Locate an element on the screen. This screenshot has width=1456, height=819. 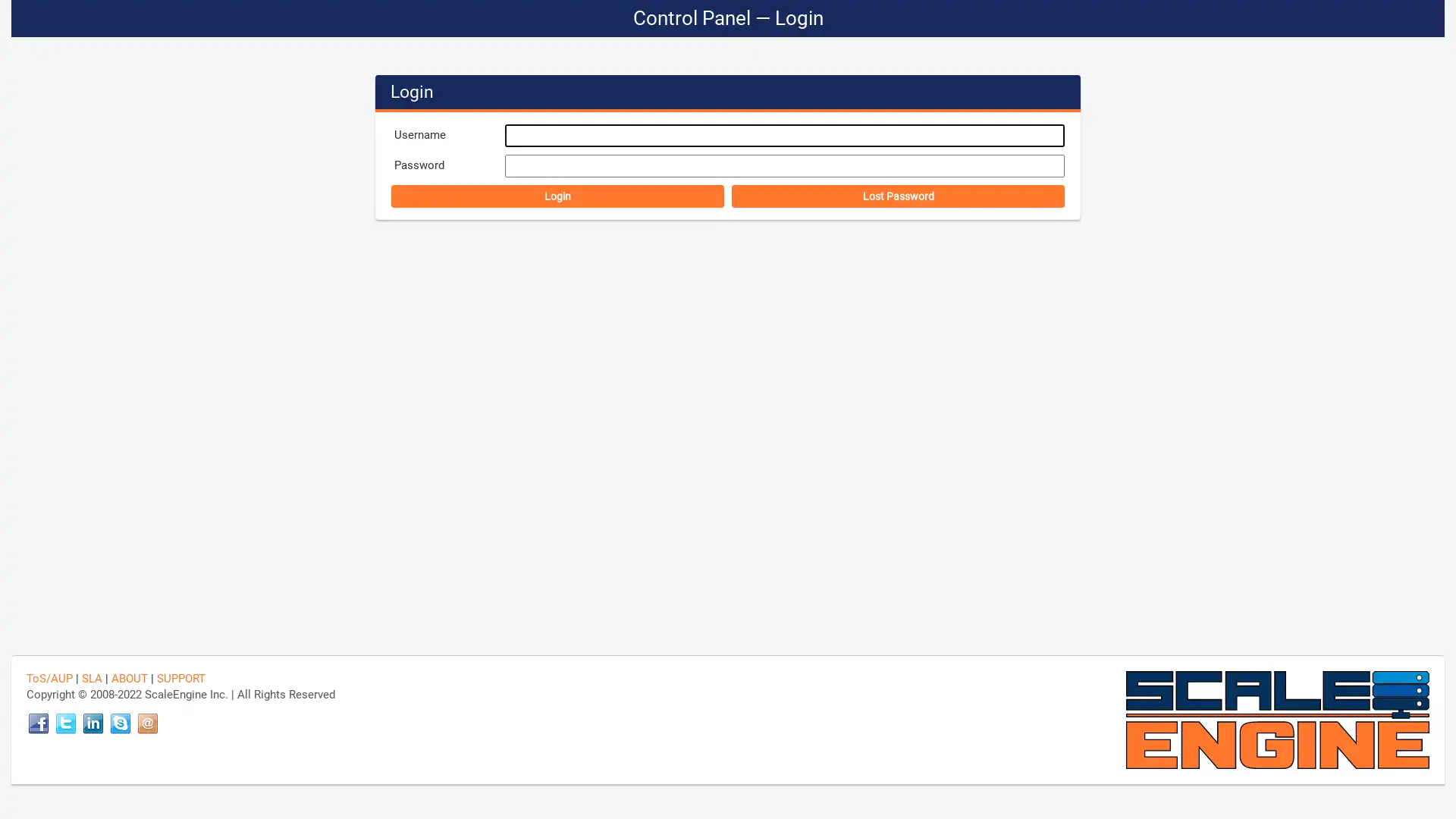
Lost Password is located at coordinates (898, 195).